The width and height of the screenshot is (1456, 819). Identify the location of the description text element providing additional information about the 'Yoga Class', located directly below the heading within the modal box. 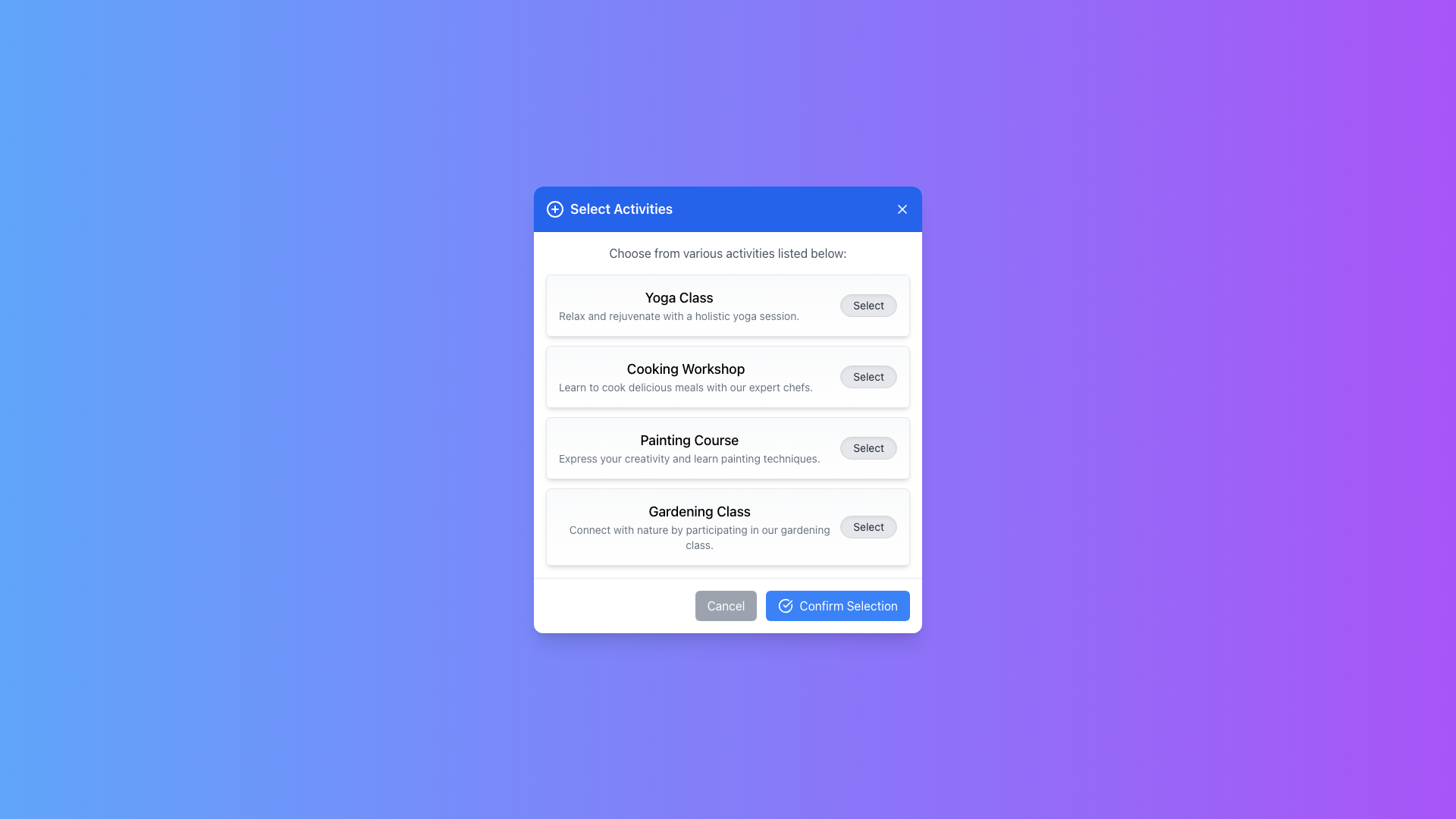
(678, 315).